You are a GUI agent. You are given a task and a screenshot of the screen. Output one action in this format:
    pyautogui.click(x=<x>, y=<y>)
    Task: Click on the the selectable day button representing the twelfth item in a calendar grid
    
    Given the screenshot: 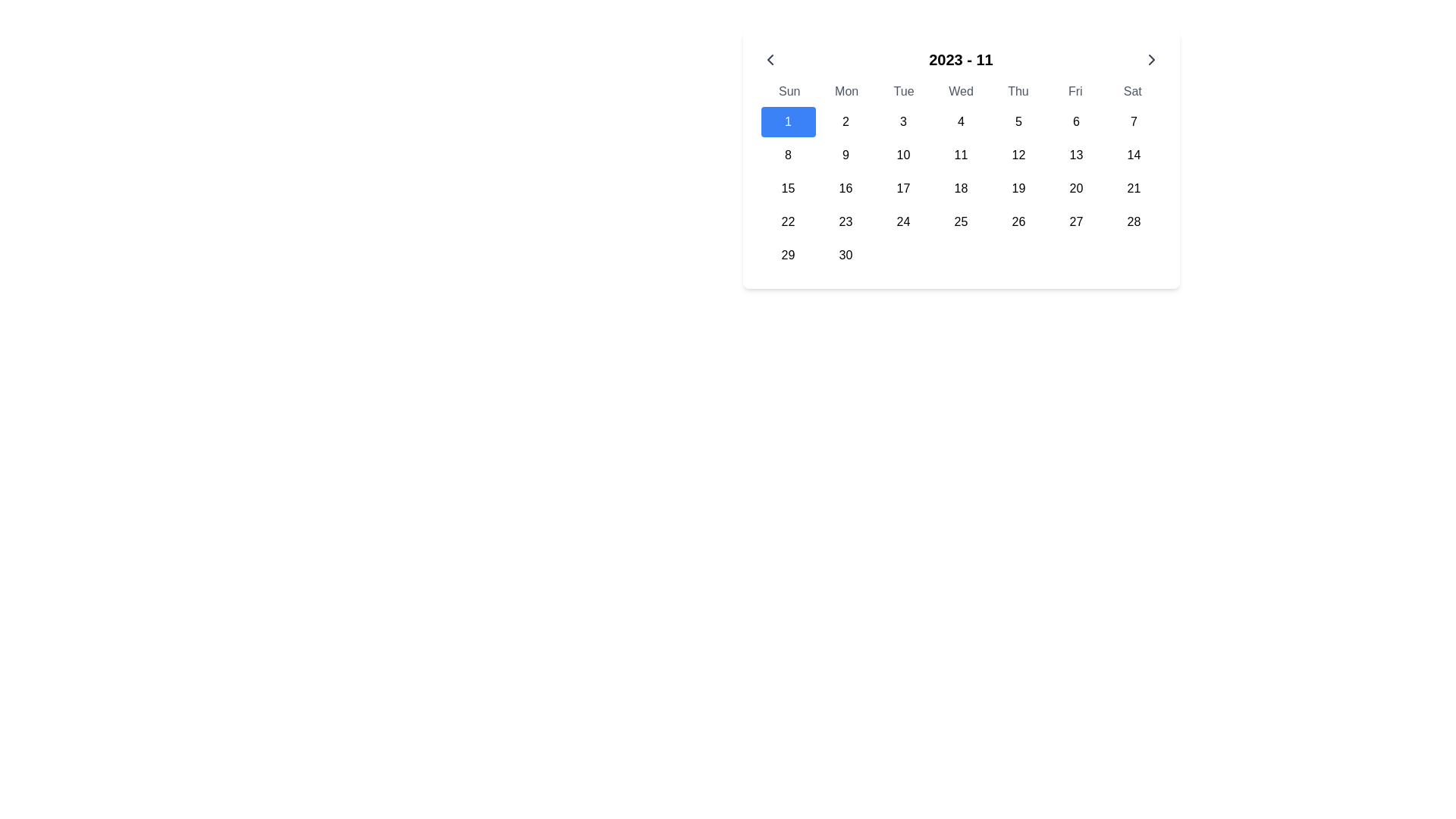 What is the action you would take?
    pyautogui.click(x=1018, y=155)
    